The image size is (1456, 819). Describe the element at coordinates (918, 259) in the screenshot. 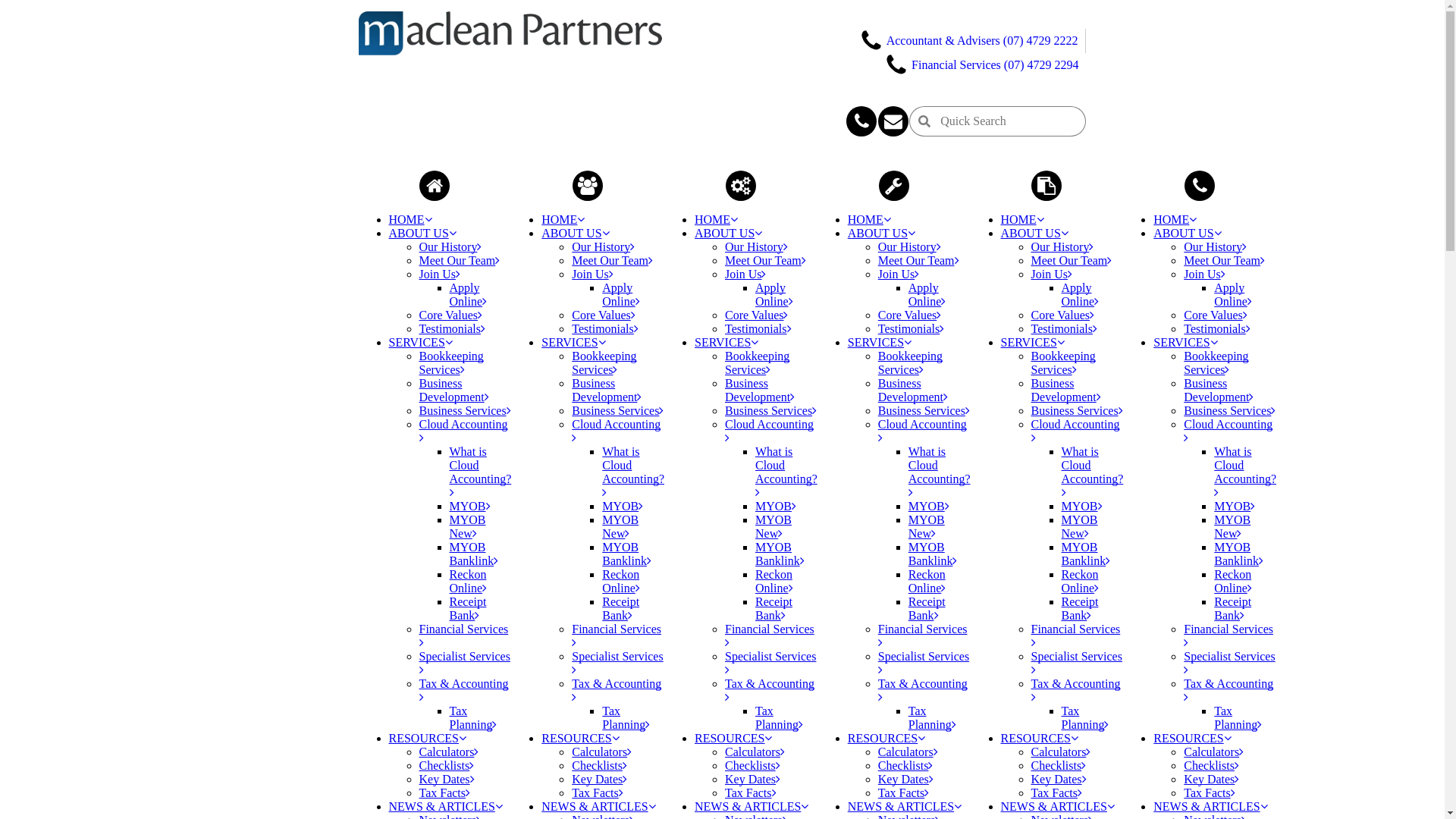

I see `'Meet Our Team'` at that location.